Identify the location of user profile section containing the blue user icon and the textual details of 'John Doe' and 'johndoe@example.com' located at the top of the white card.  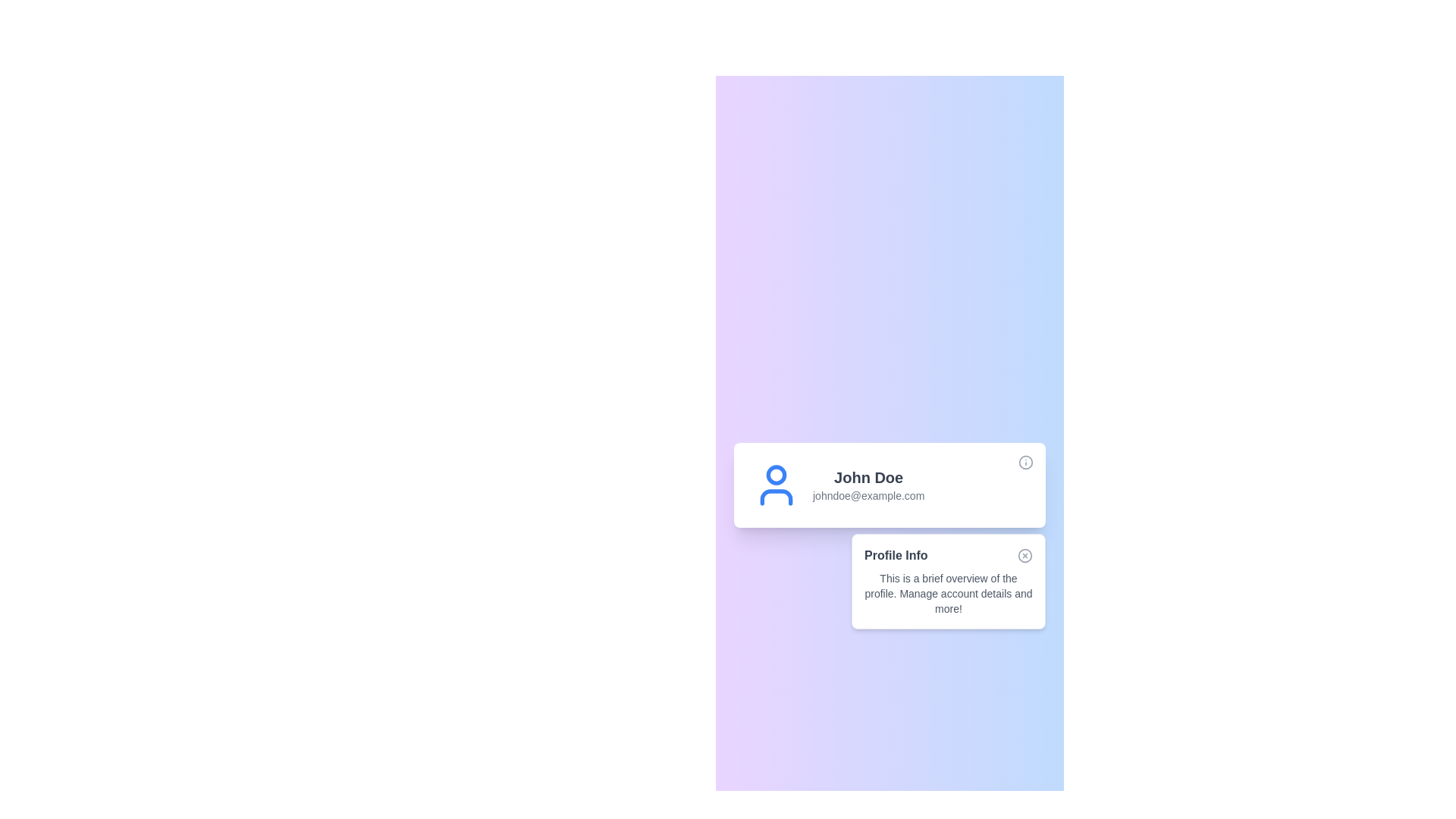
(890, 485).